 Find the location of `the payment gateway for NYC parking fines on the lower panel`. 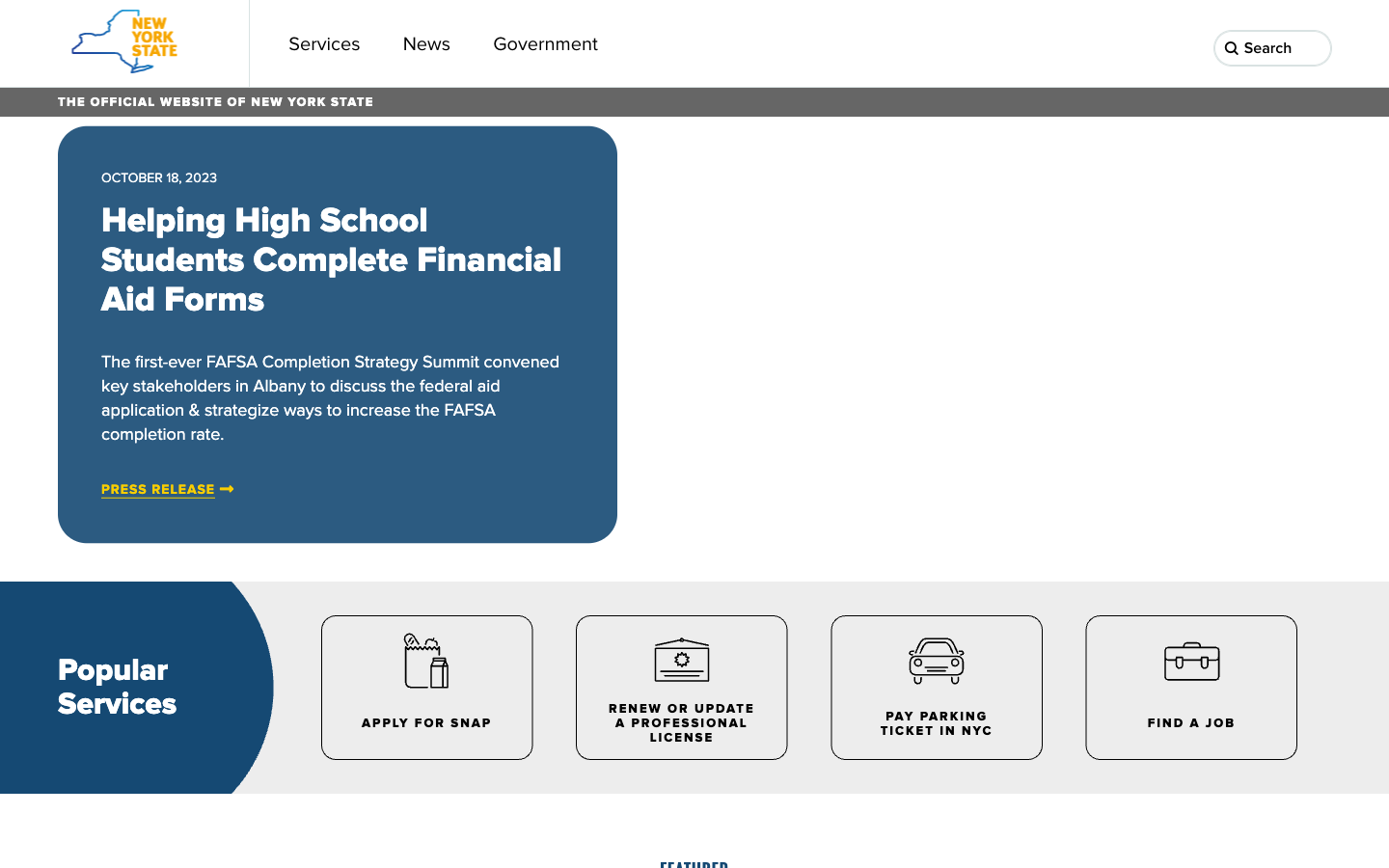

the payment gateway for NYC parking fines on the lower panel is located at coordinates (934, 686).